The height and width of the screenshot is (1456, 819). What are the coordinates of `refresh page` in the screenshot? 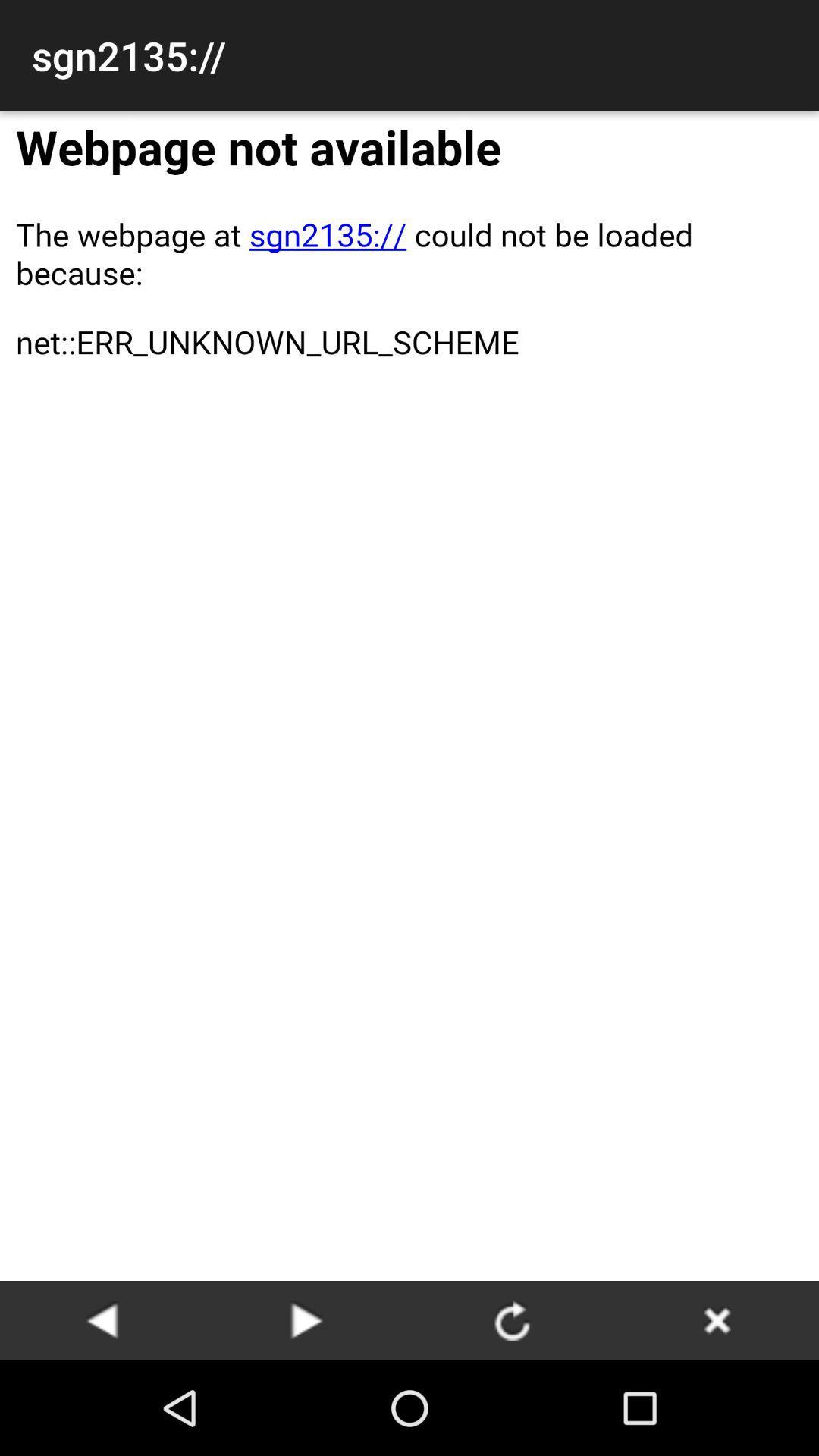 It's located at (512, 1319).